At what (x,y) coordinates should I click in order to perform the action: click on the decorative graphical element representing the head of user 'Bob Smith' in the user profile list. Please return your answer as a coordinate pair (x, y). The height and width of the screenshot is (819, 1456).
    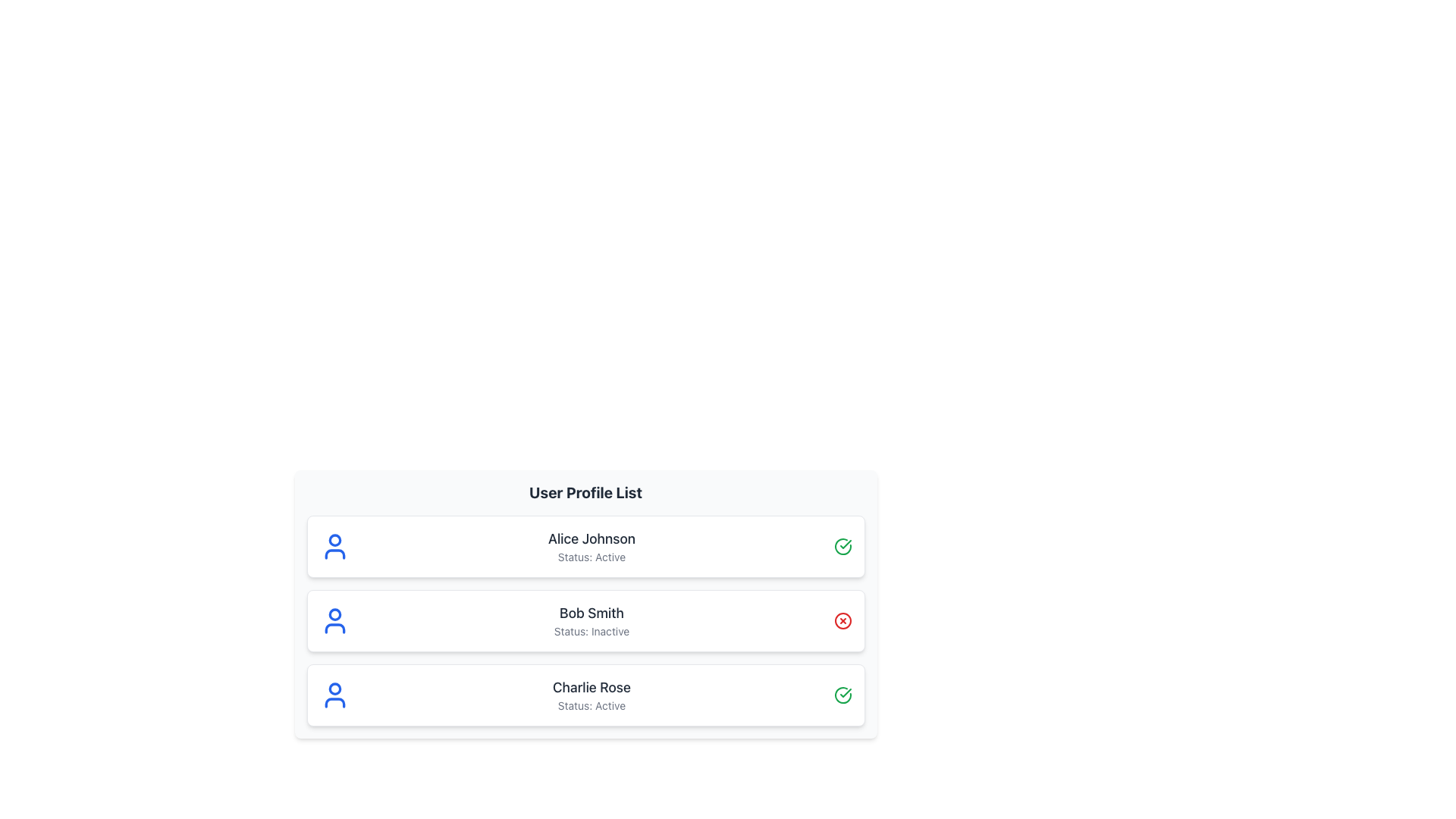
    Looking at the image, I should click on (334, 614).